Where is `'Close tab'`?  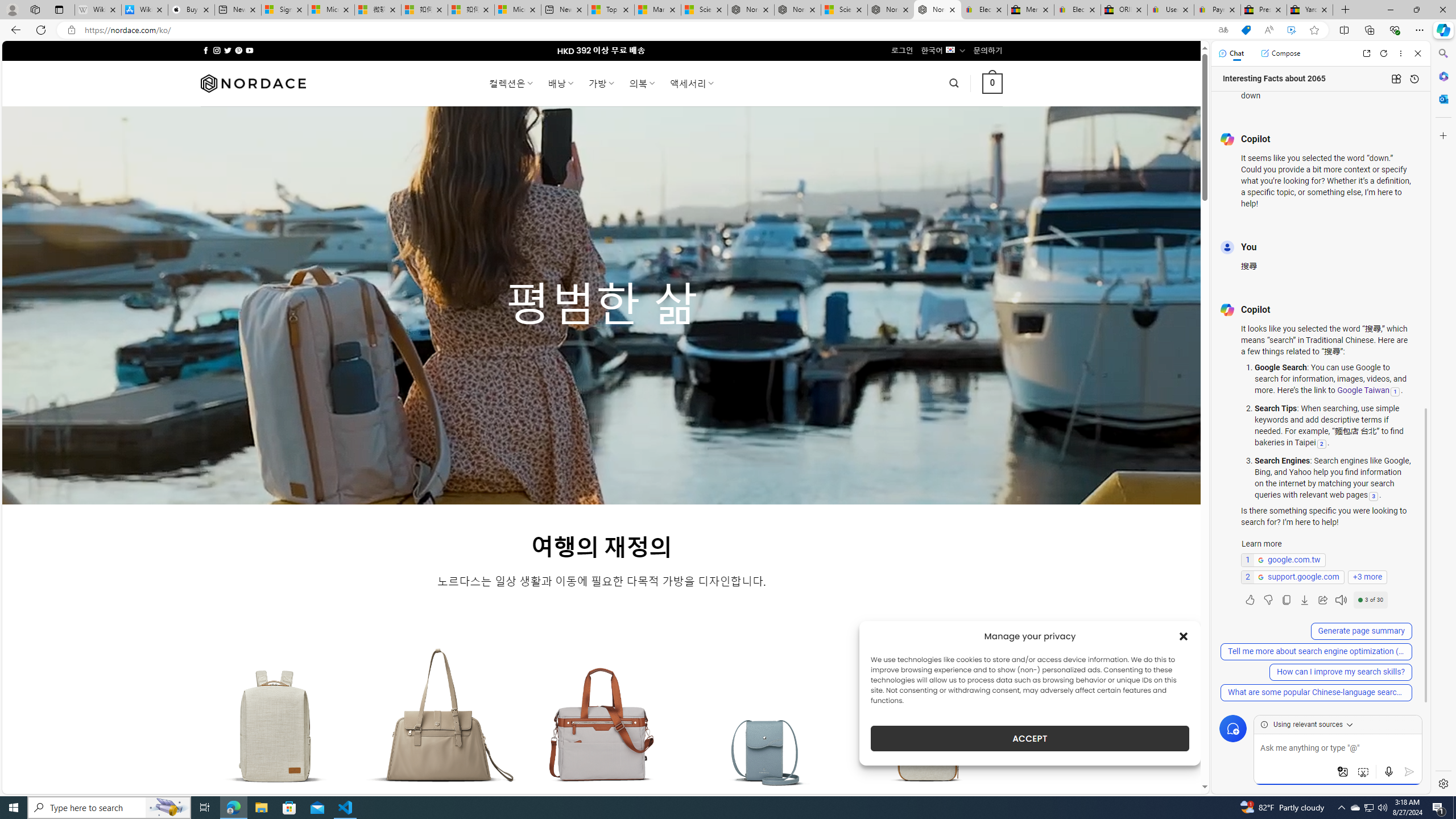 'Close tab' is located at coordinates (1323, 9).